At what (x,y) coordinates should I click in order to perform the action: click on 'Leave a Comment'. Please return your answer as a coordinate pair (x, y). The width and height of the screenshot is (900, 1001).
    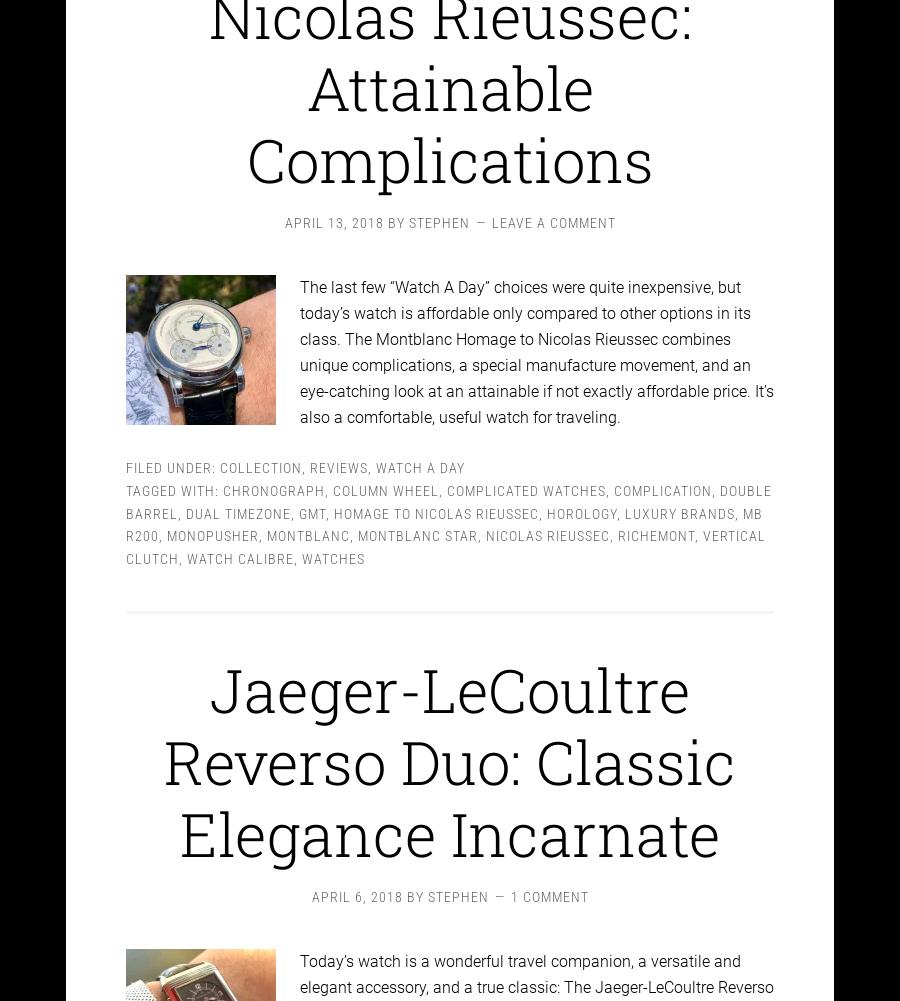
    Looking at the image, I should click on (551, 206).